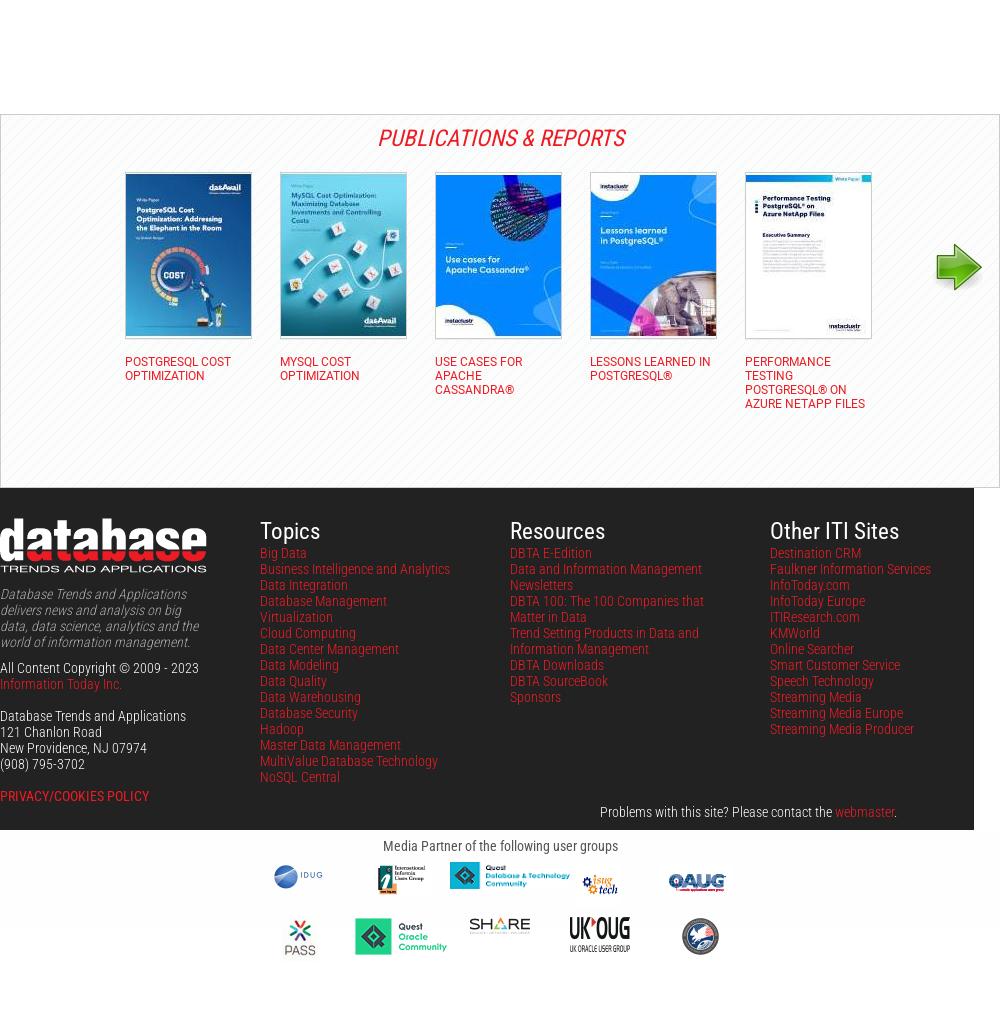  Describe the element at coordinates (303, 583) in the screenshot. I see `'Data Integration'` at that location.